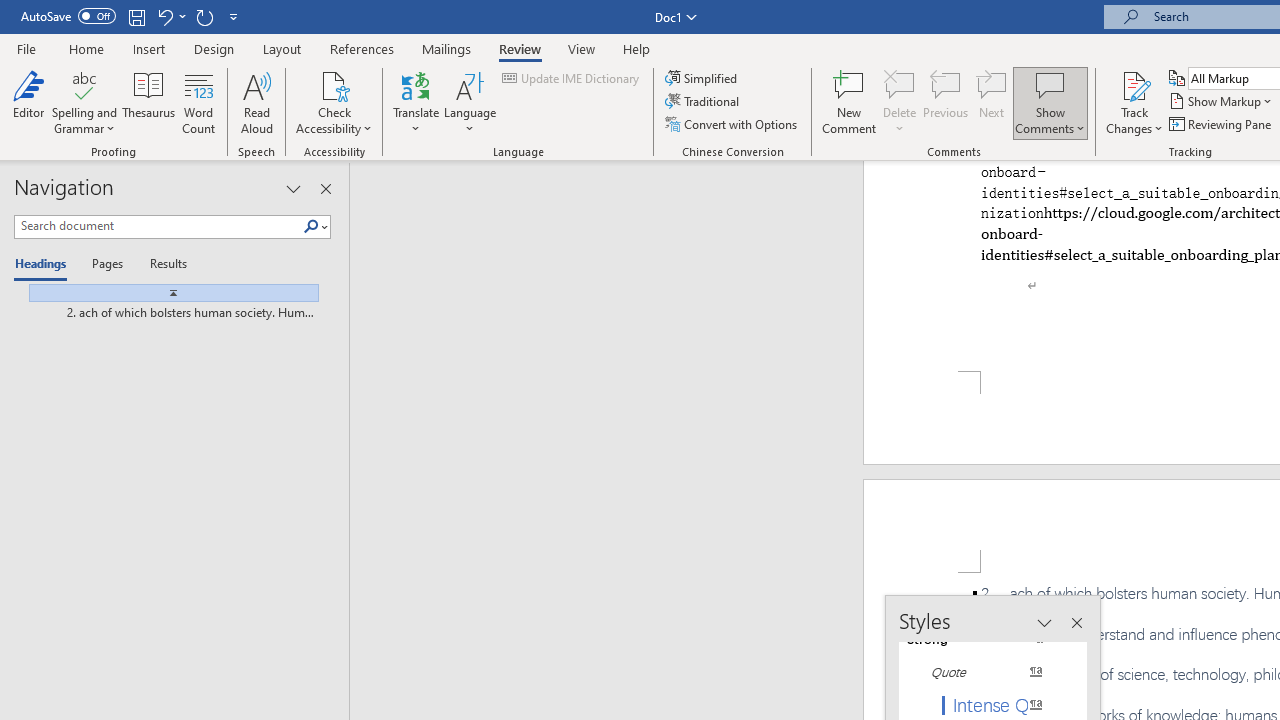  What do you see at coordinates (469, 103) in the screenshot?
I see `'Language'` at bounding box center [469, 103].